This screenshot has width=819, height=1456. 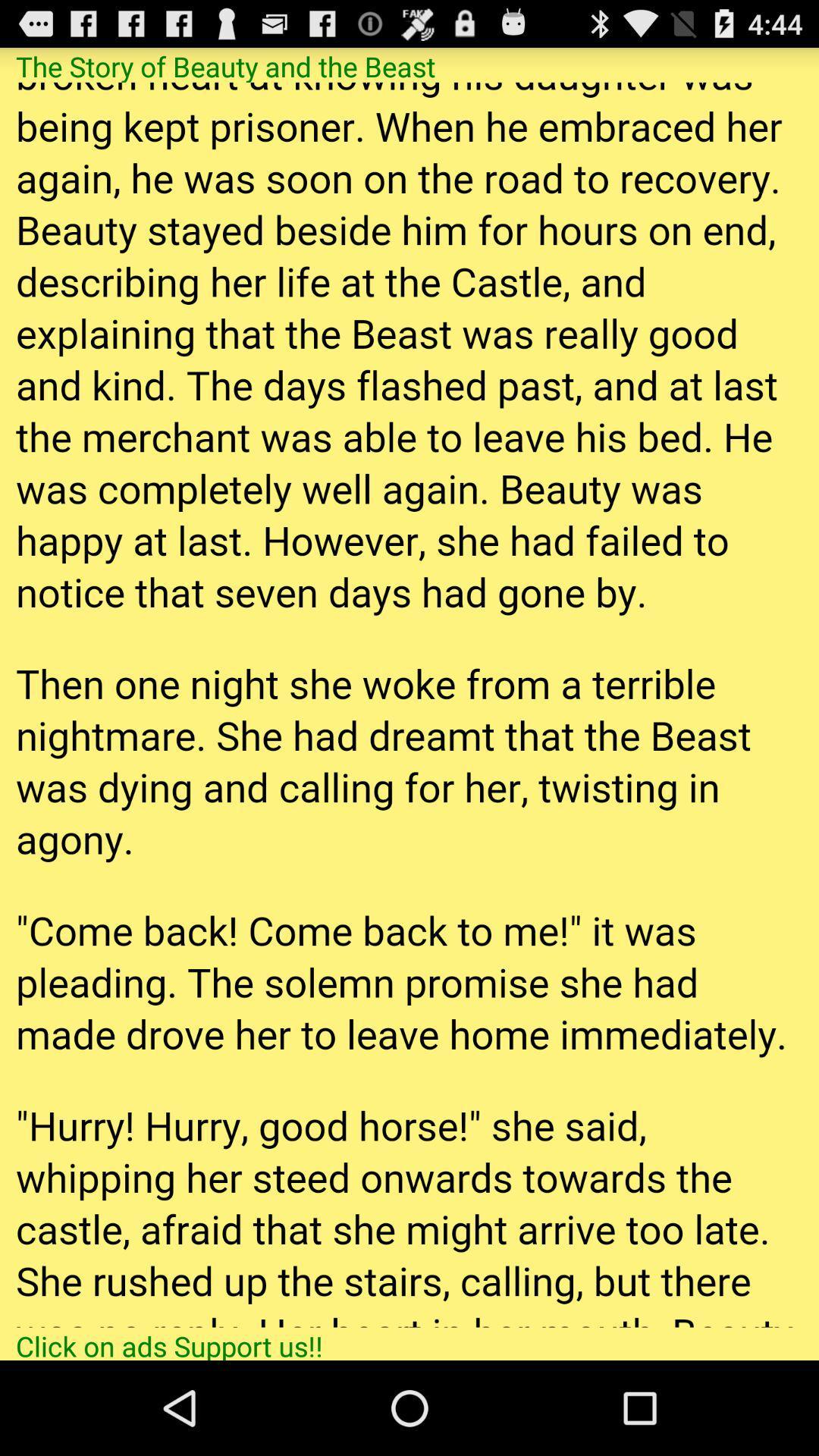 I want to click on advertisement page, so click(x=409, y=704).